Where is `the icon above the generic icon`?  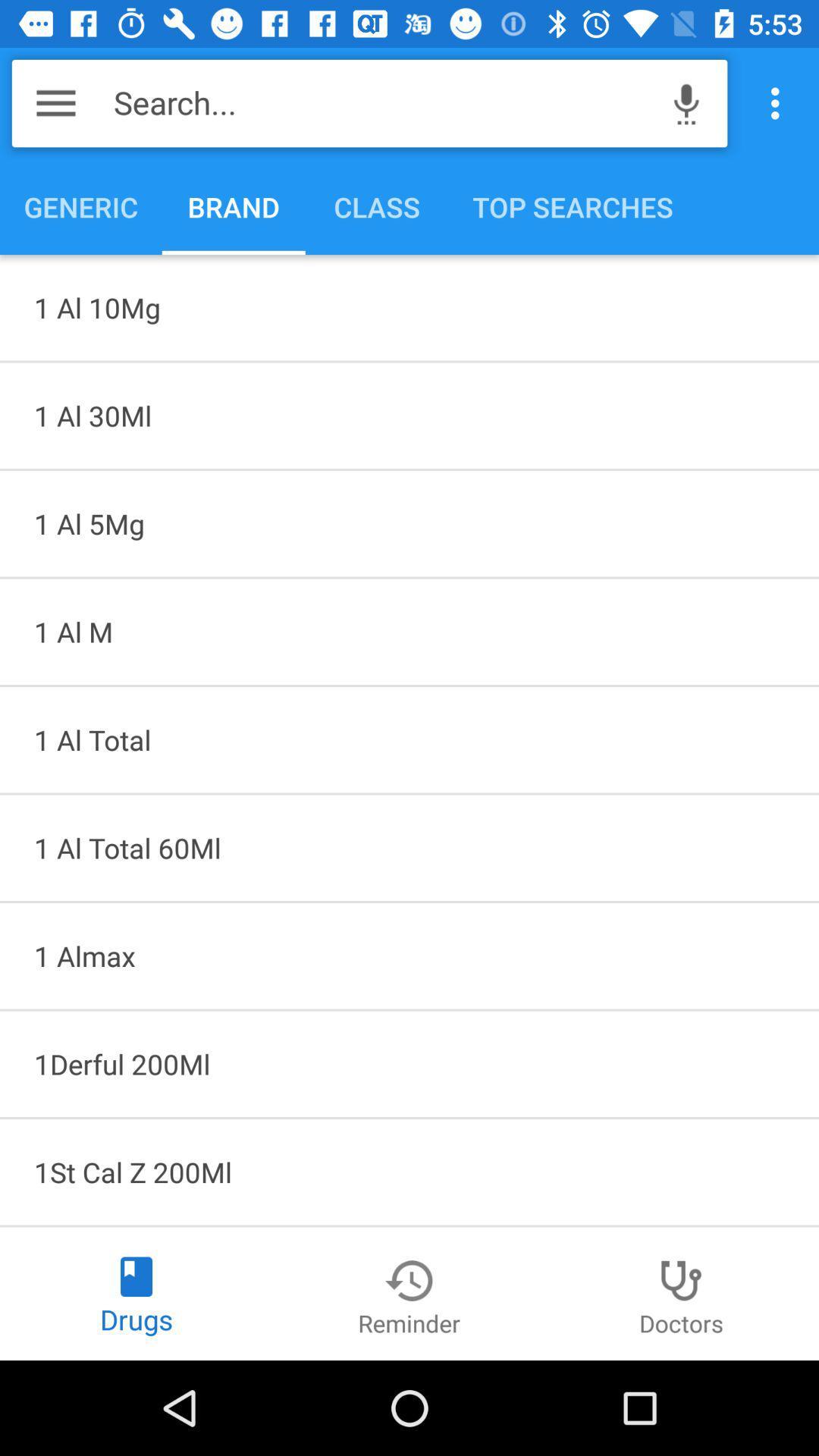
the icon above the generic icon is located at coordinates (55, 102).